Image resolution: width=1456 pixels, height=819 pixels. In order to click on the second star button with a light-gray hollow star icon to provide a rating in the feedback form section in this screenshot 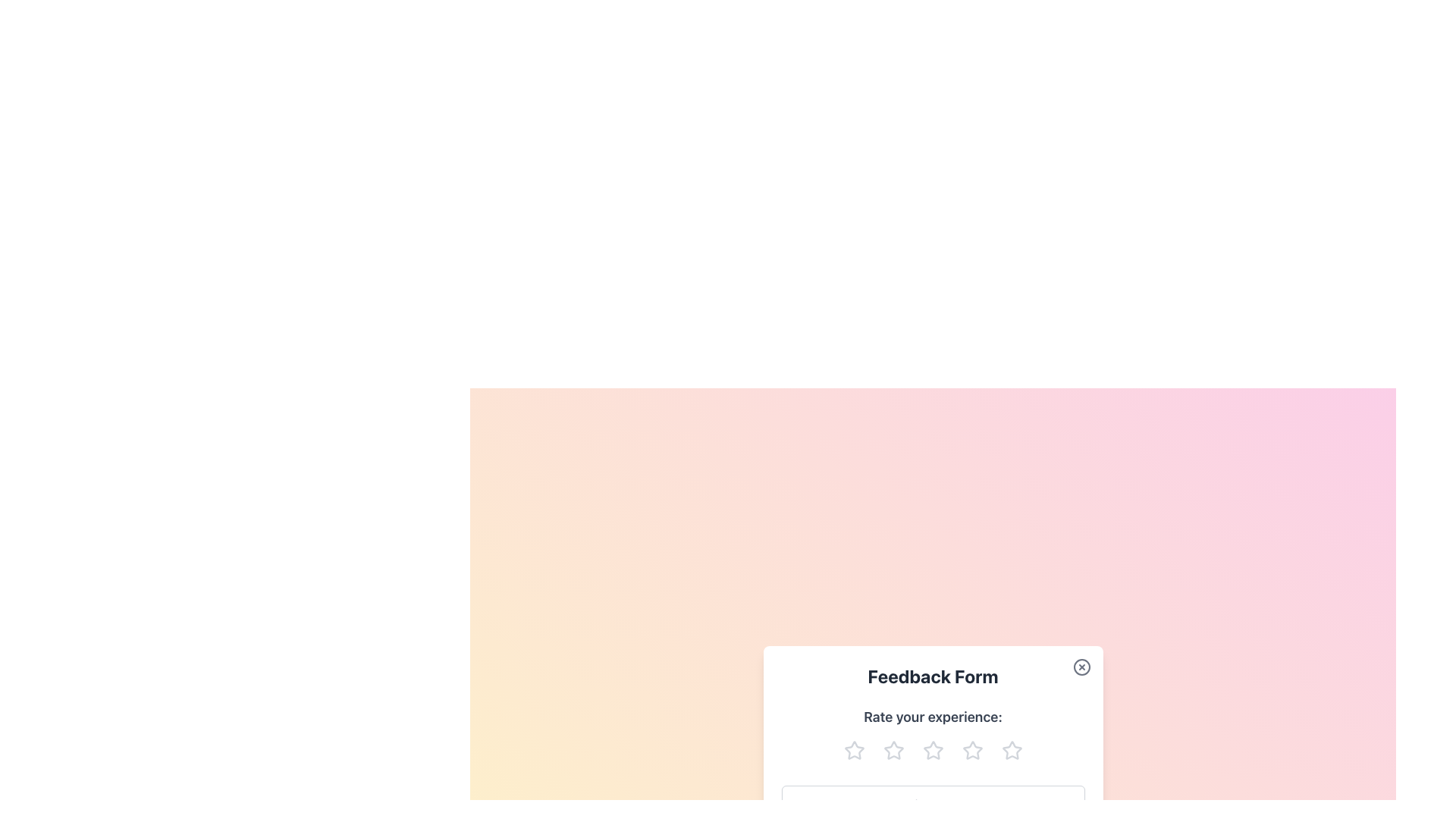, I will do `click(893, 751)`.